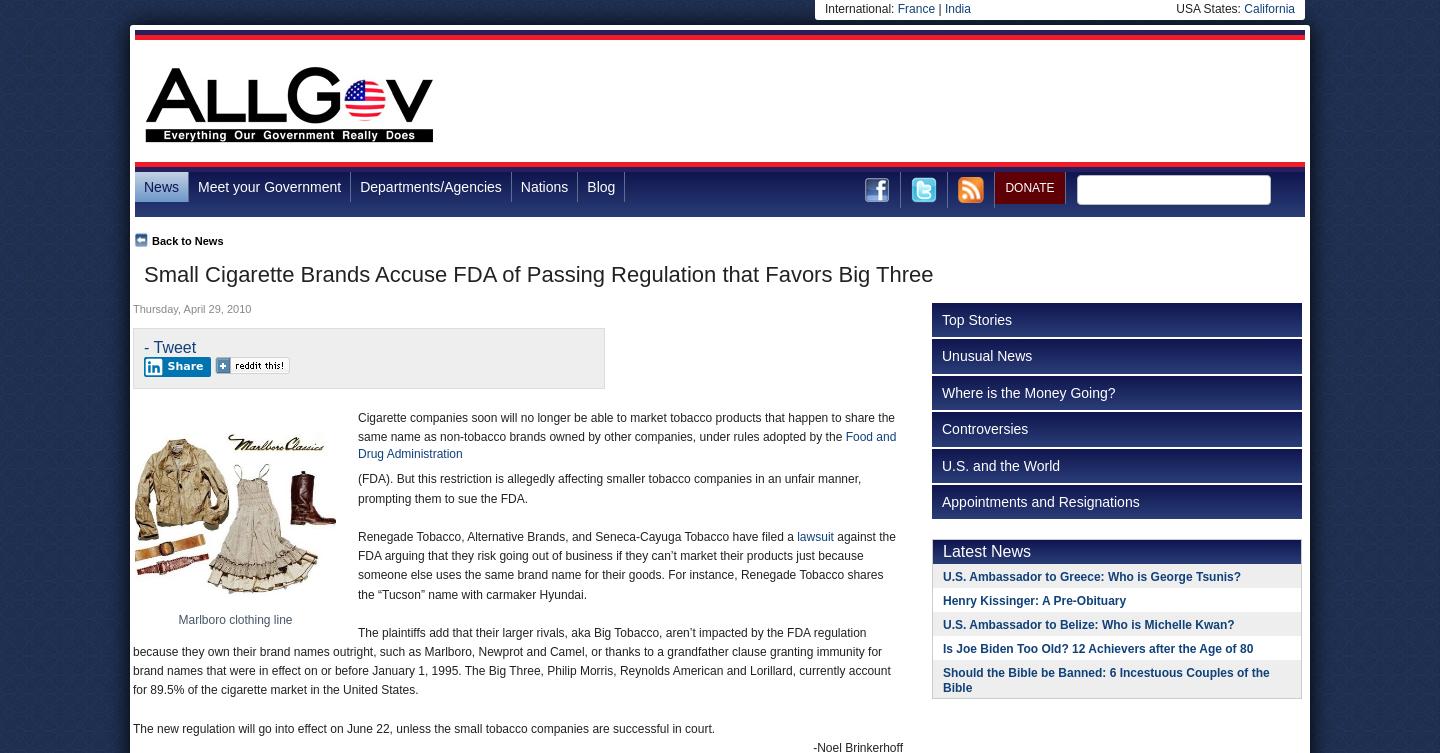 This screenshot has width=1440, height=753. I want to click on 'against the FDA arguing that they risk going out of business if they can’t market their products just because someone else uses the same brand name for their goods. For instance, Renegade Tobacco shares the “Tucson” name with carmaker Hyundai.', so click(357, 564).